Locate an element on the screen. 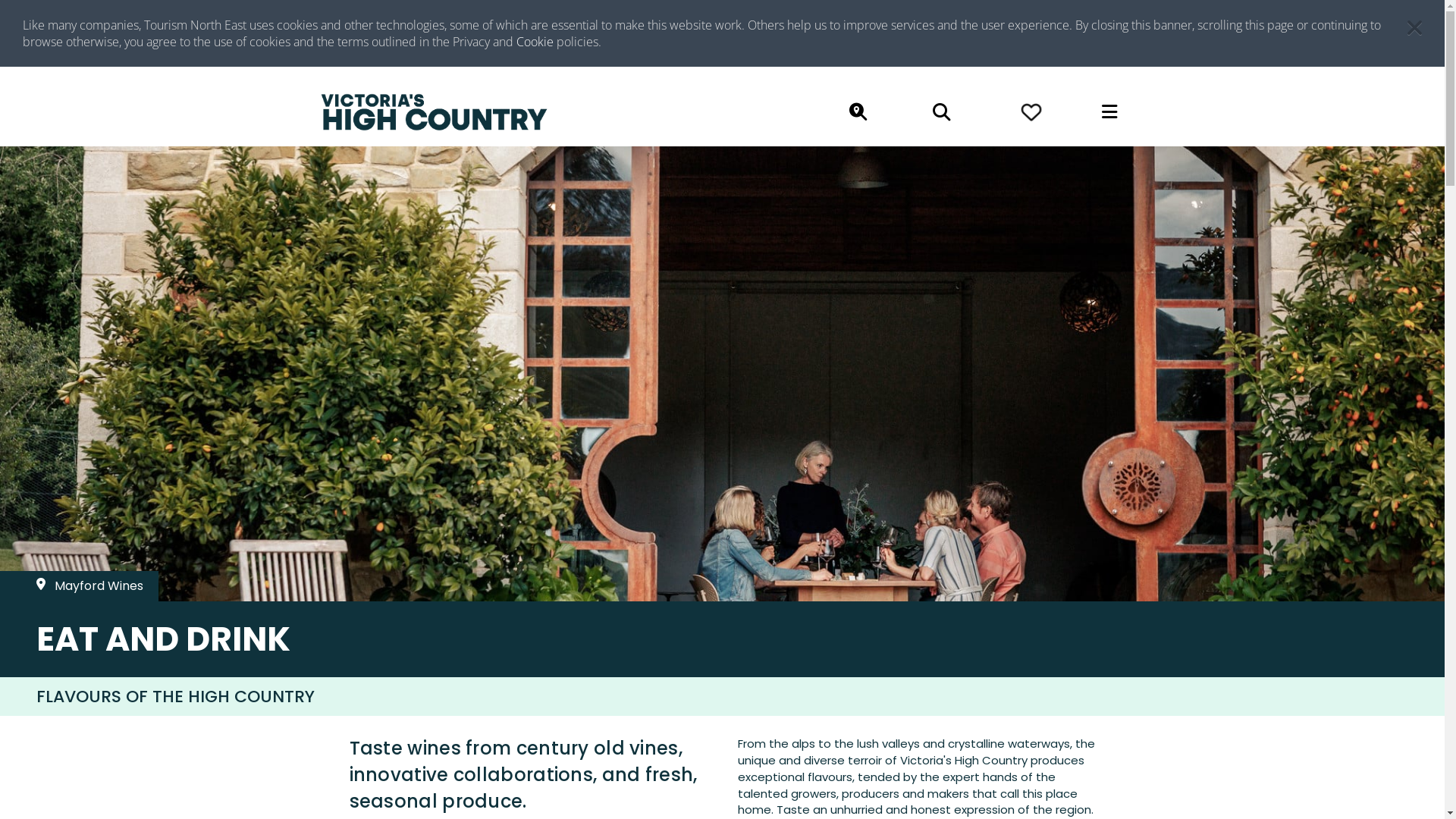  'Mayford Wines' is located at coordinates (78, 585).